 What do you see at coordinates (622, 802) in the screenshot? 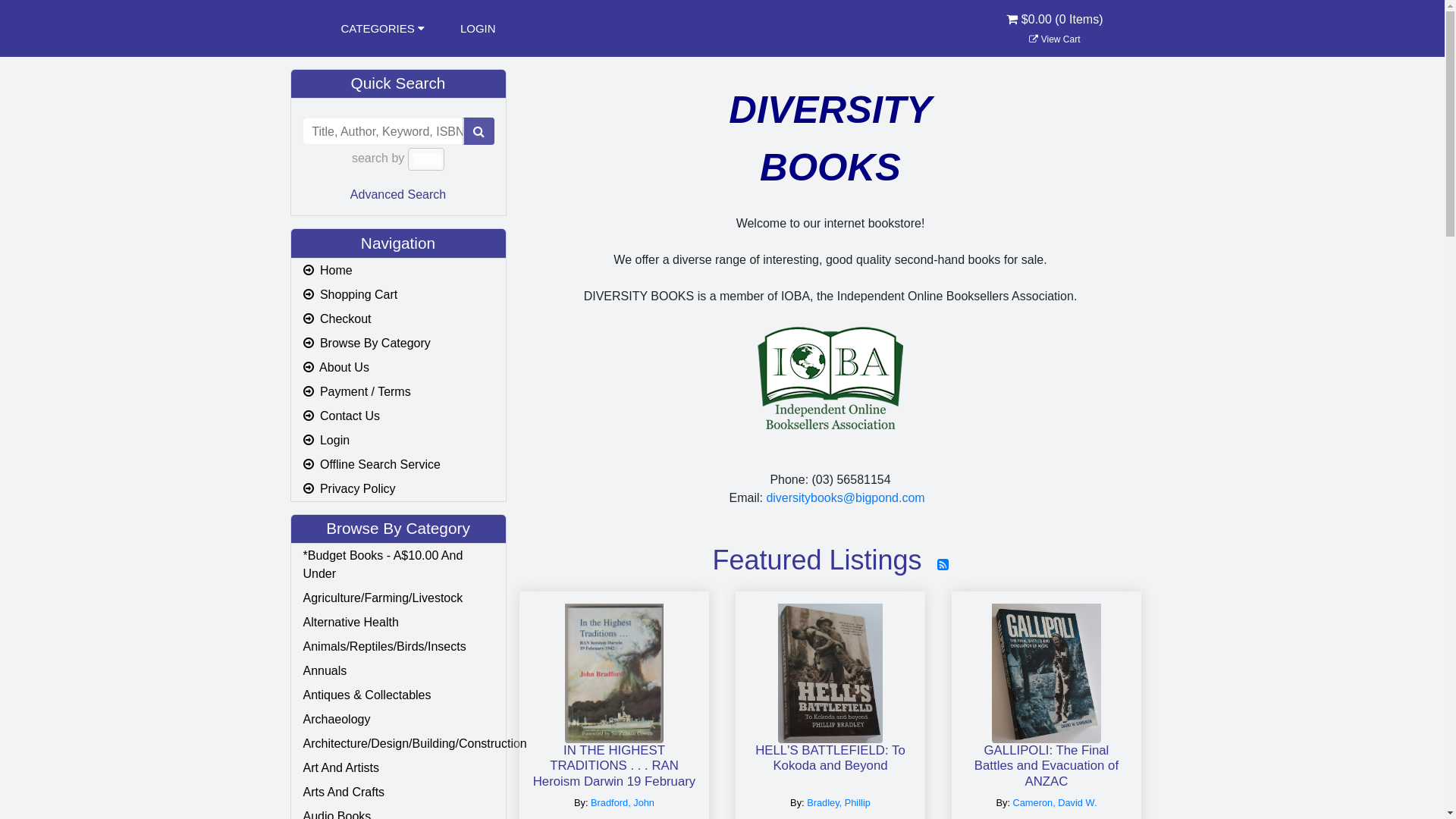
I see `'Bradford, John'` at bounding box center [622, 802].